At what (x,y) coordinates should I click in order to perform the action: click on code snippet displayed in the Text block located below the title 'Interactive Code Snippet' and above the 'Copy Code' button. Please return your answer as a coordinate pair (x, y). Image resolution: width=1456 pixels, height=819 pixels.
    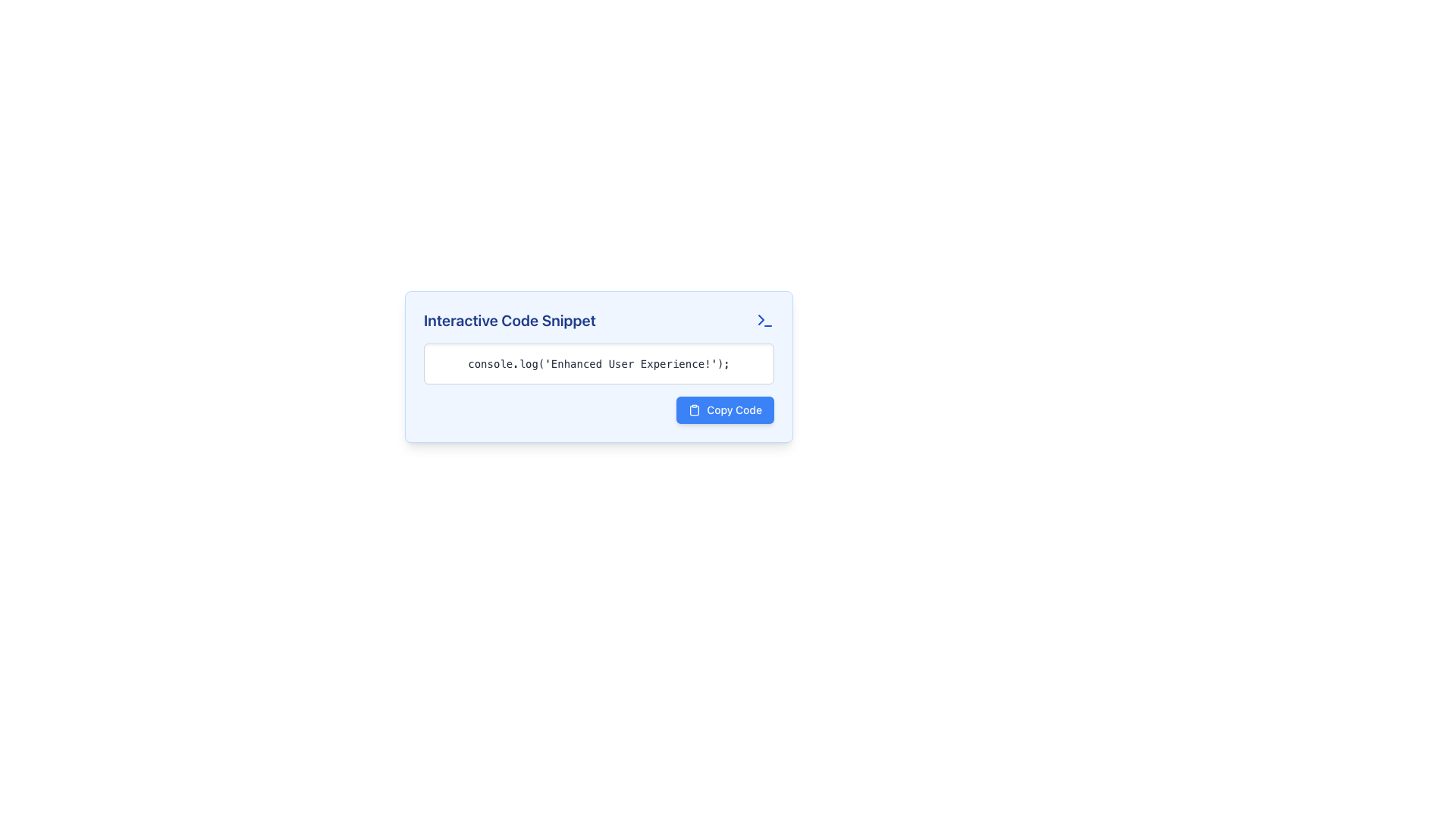
    Looking at the image, I should click on (598, 363).